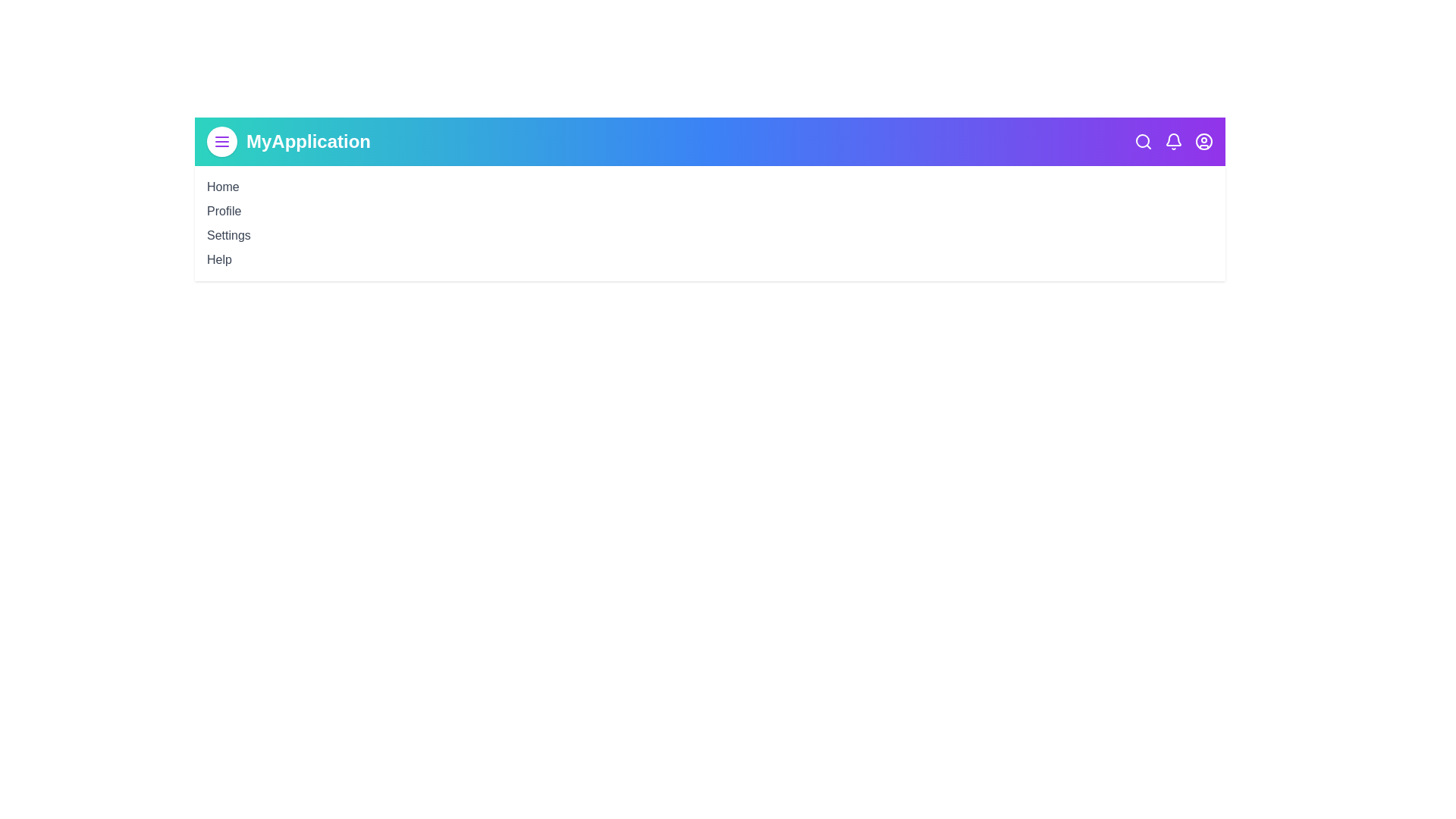  I want to click on the user circle icon to access the user profile, so click(1203, 141).